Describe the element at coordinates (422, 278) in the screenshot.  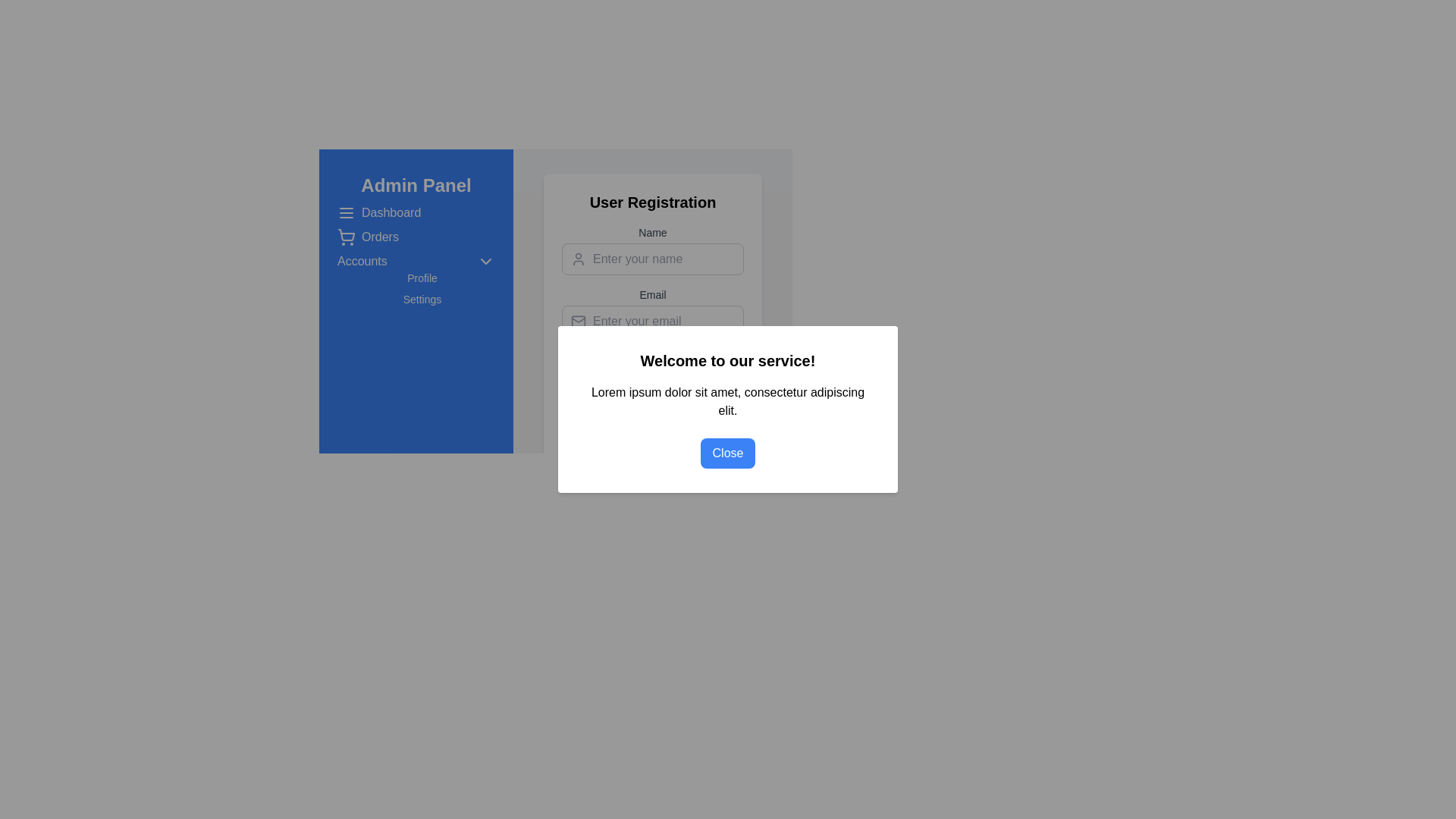
I see `the 'Profile' text label in the Accounts menu` at that location.